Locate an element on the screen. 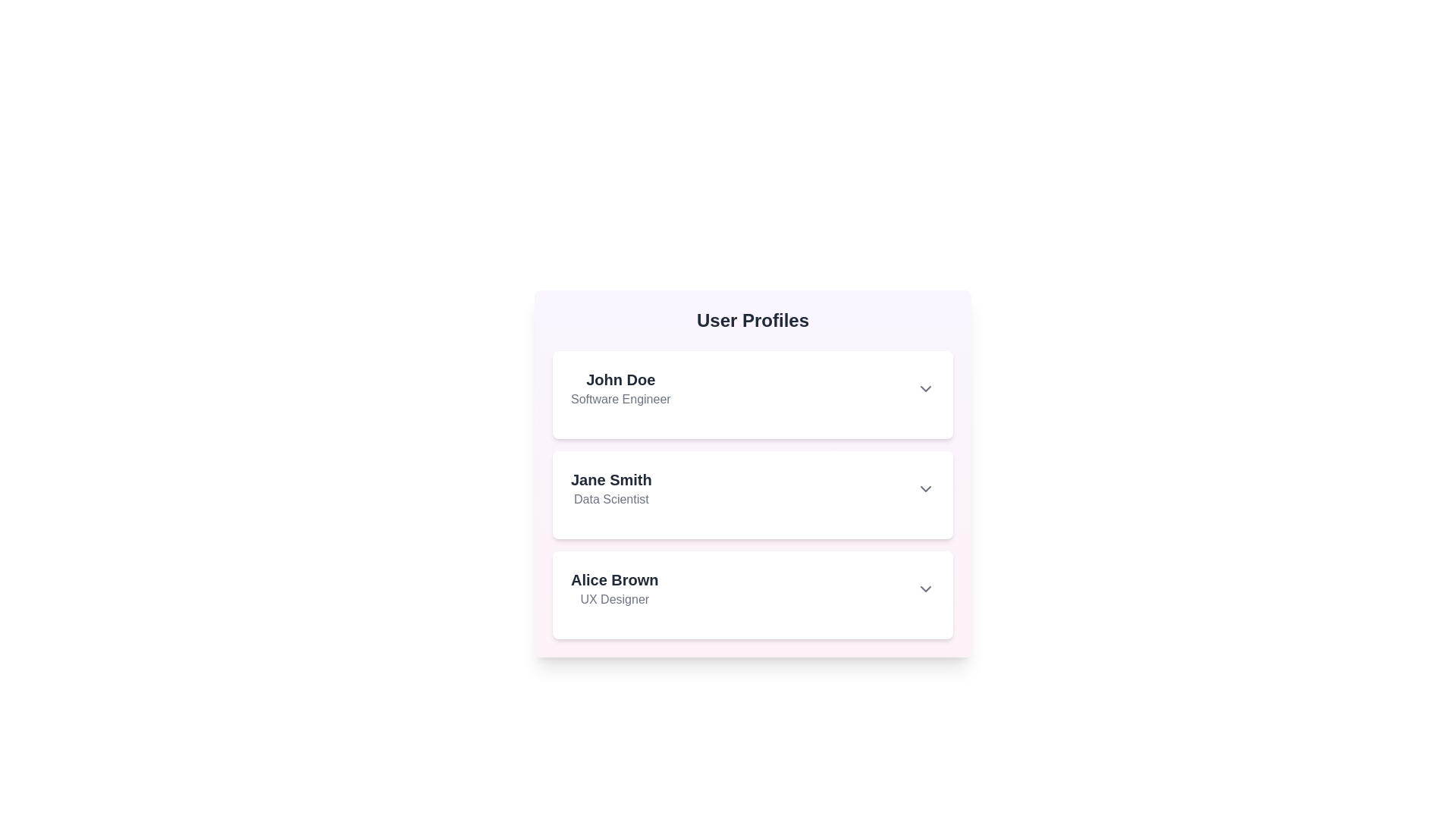  toggle button for the user profile Alice Brown is located at coordinates (924, 588).